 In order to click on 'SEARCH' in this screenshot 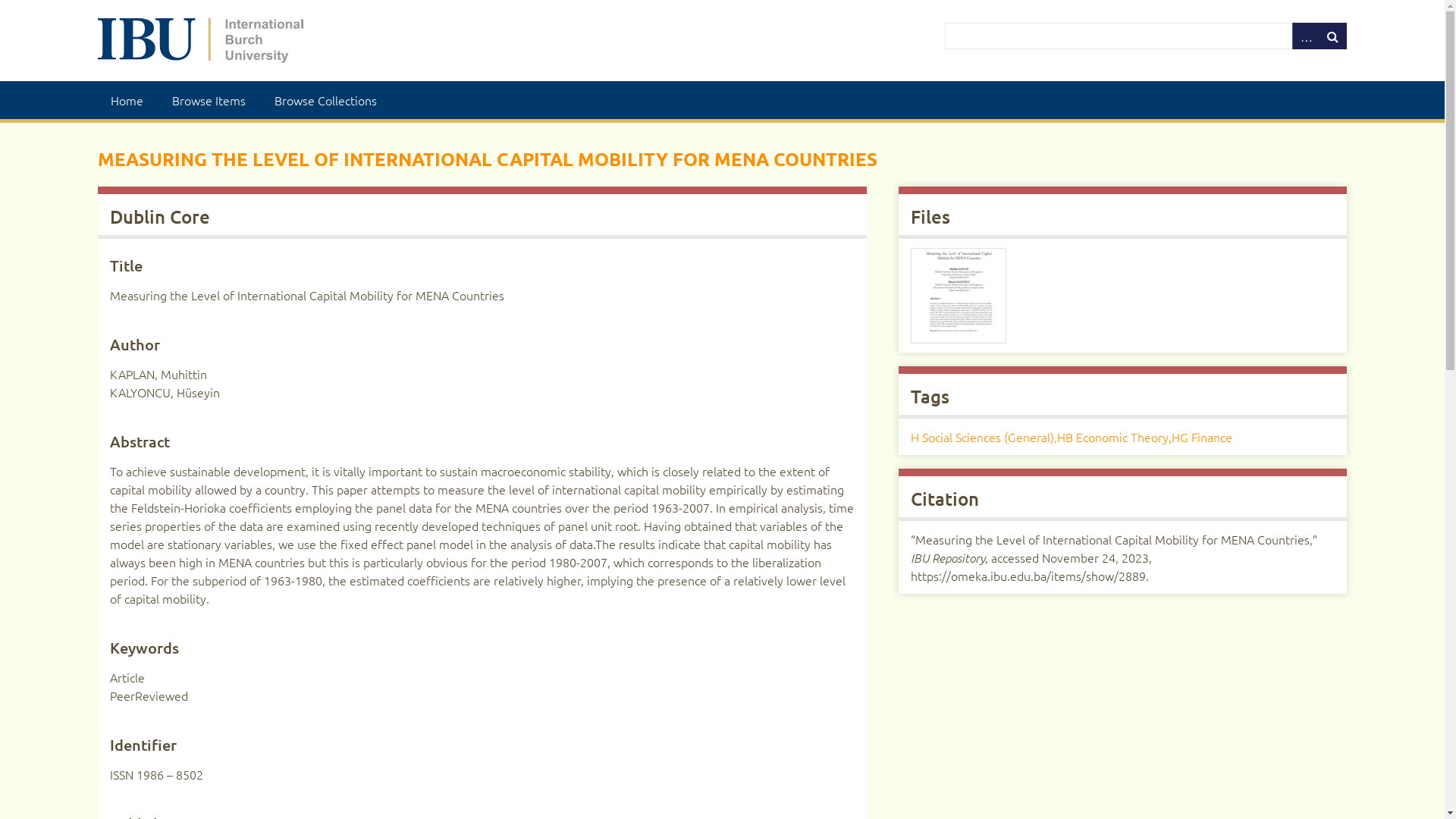, I will do `click(1332, 35)`.